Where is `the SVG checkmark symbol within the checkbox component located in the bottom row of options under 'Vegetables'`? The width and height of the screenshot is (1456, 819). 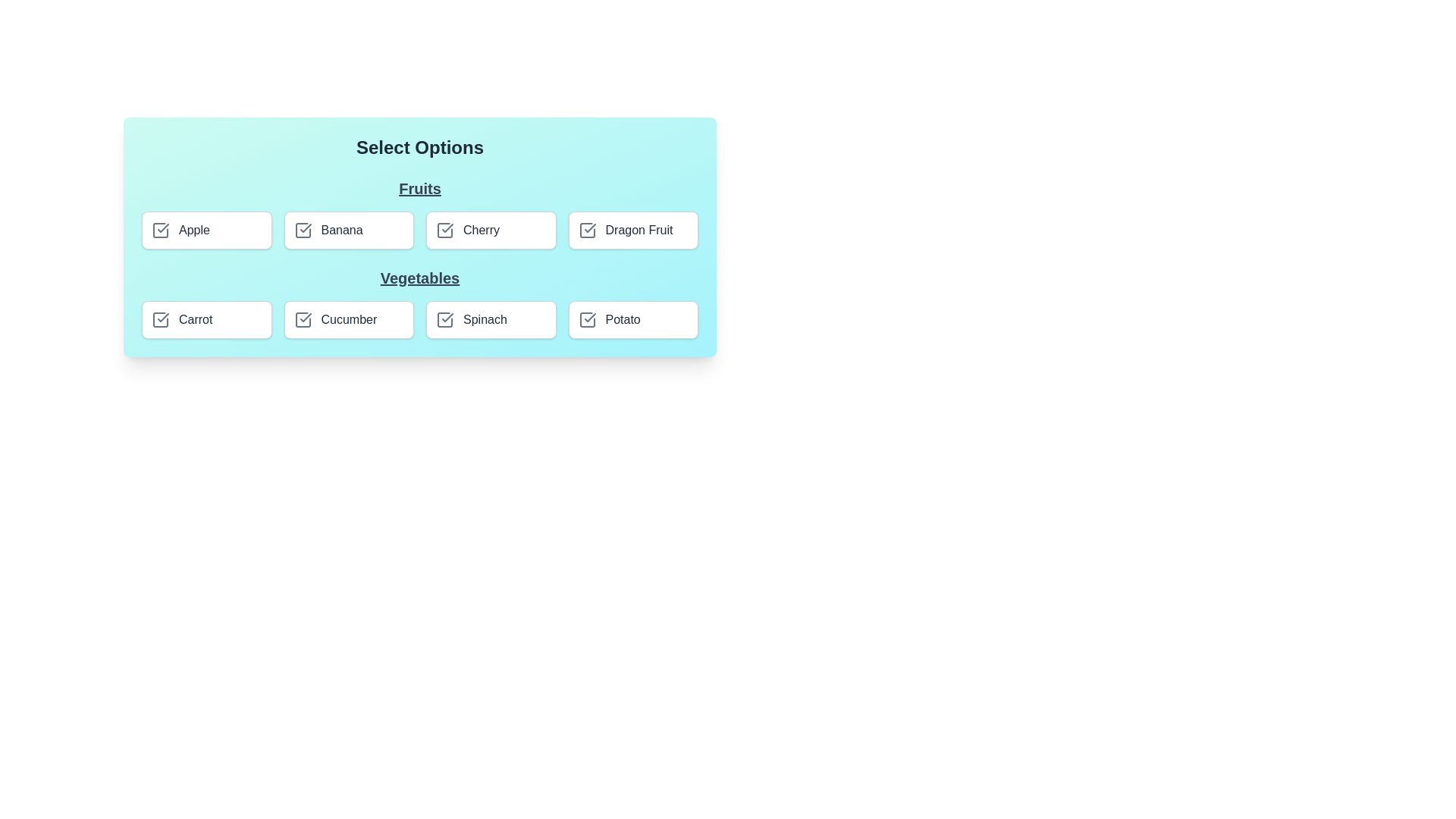
the SVG checkmark symbol within the checkbox component located in the bottom row of options under 'Vegetables' is located at coordinates (588, 317).